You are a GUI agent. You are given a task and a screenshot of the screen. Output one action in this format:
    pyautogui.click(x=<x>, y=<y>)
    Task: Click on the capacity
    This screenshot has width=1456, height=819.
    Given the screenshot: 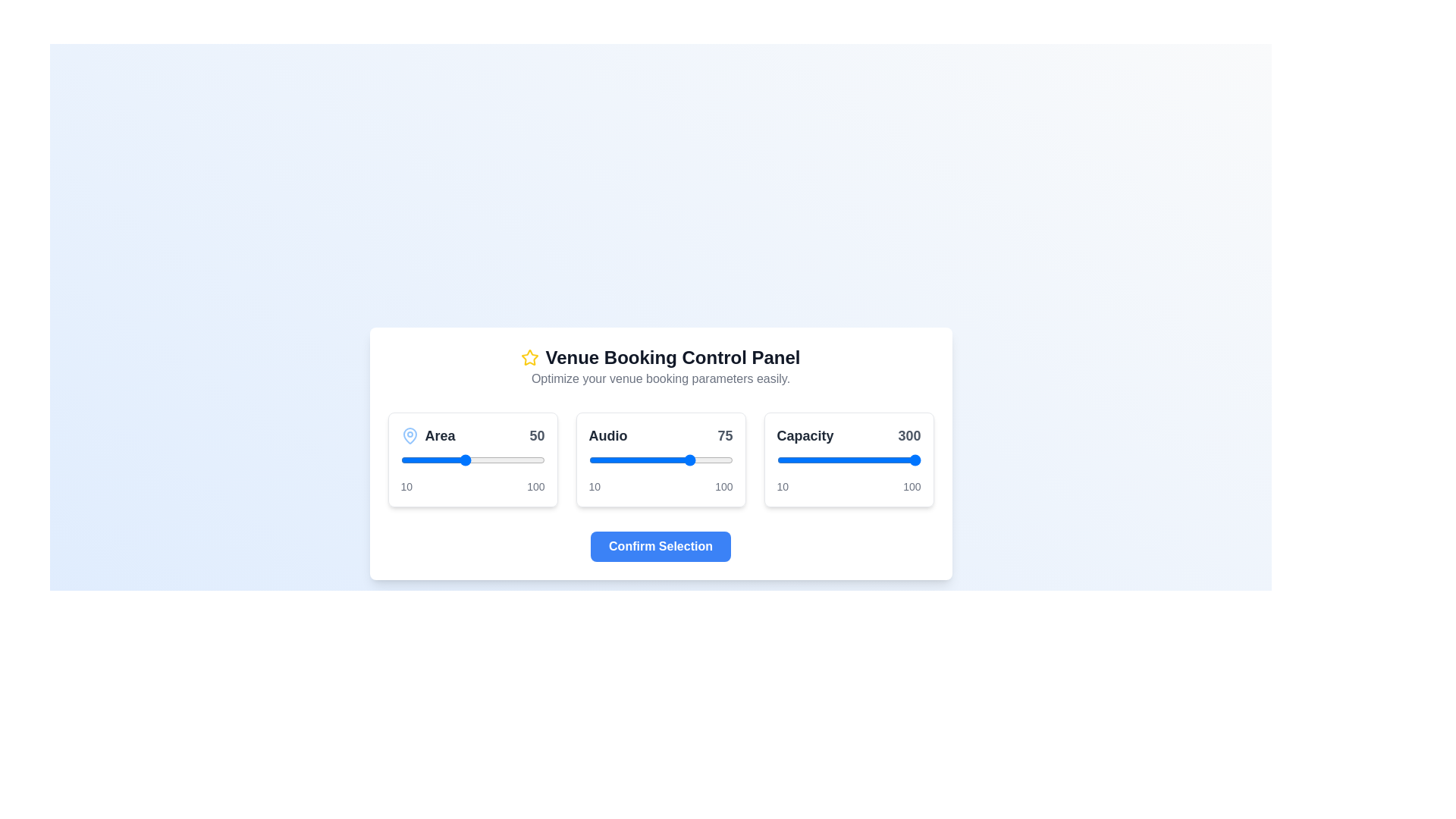 What is the action you would take?
    pyautogui.click(x=864, y=459)
    